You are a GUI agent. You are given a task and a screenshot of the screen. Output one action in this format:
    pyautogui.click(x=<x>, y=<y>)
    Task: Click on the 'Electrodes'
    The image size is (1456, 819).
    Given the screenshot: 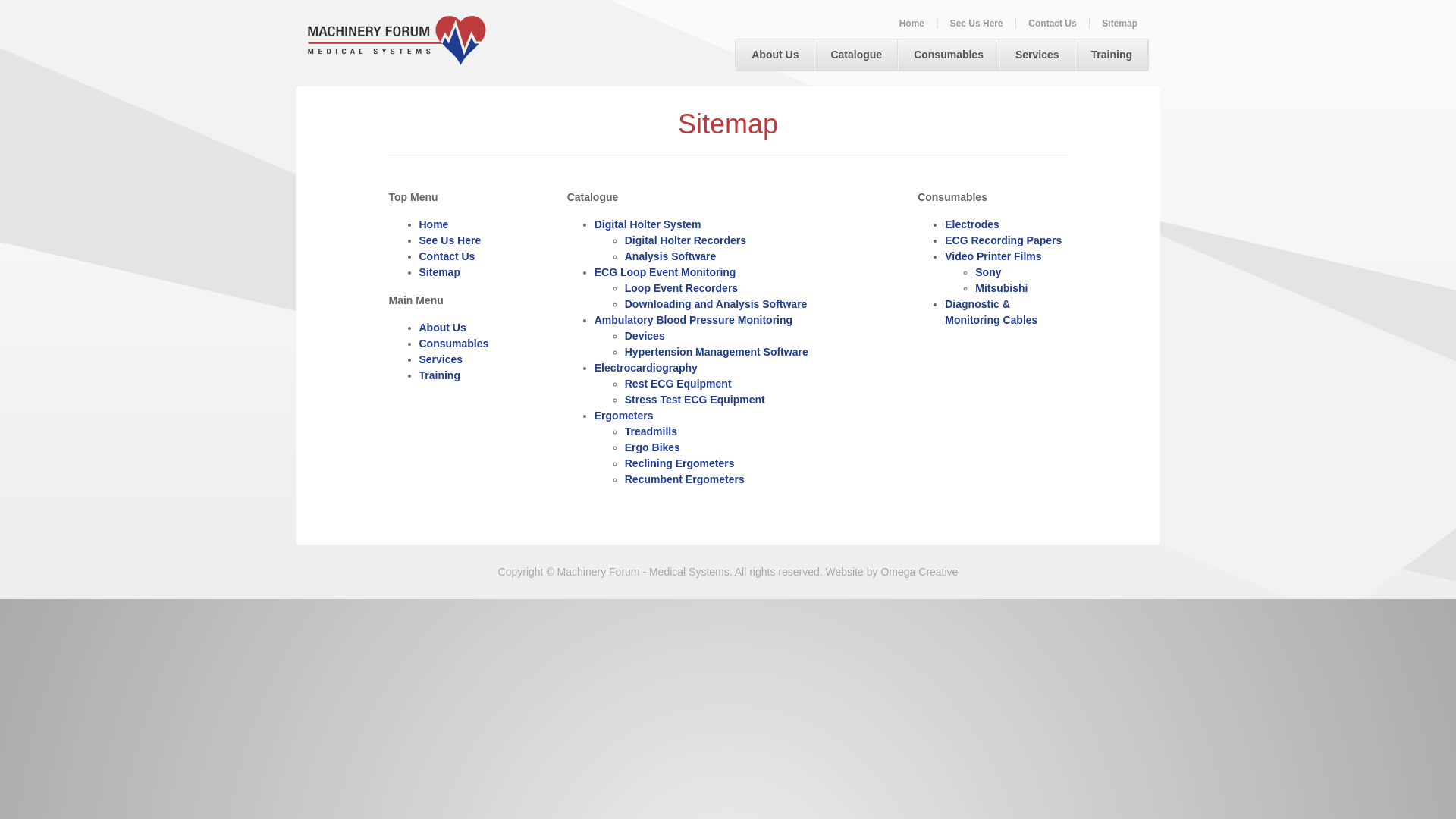 What is the action you would take?
    pyautogui.click(x=971, y=224)
    